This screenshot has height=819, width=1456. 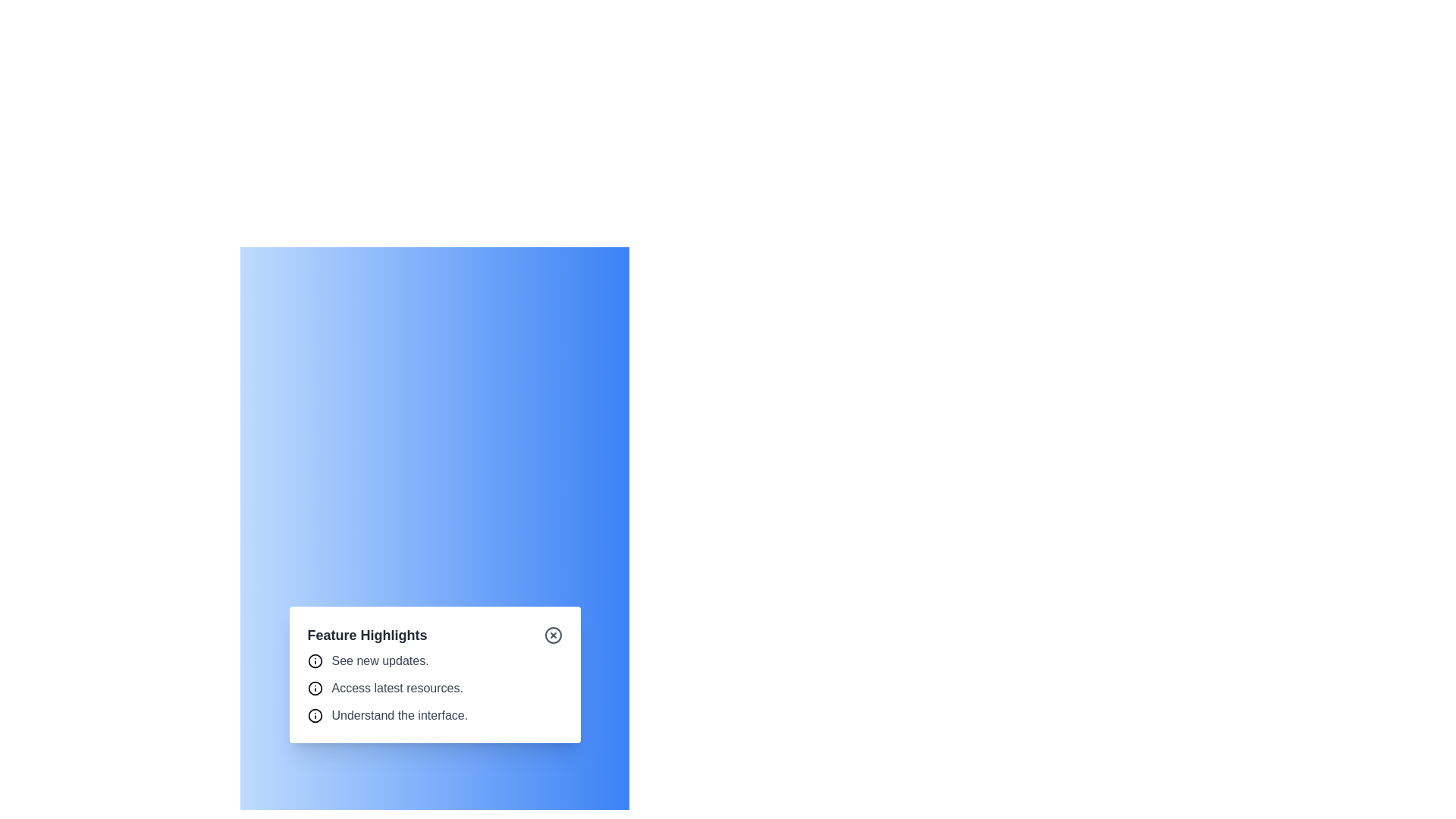 What do you see at coordinates (400, 716) in the screenshot?
I see `the third text label under the 'Feature Highlights' heading, which includes an icon to its left` at bounding box center [400, 716].